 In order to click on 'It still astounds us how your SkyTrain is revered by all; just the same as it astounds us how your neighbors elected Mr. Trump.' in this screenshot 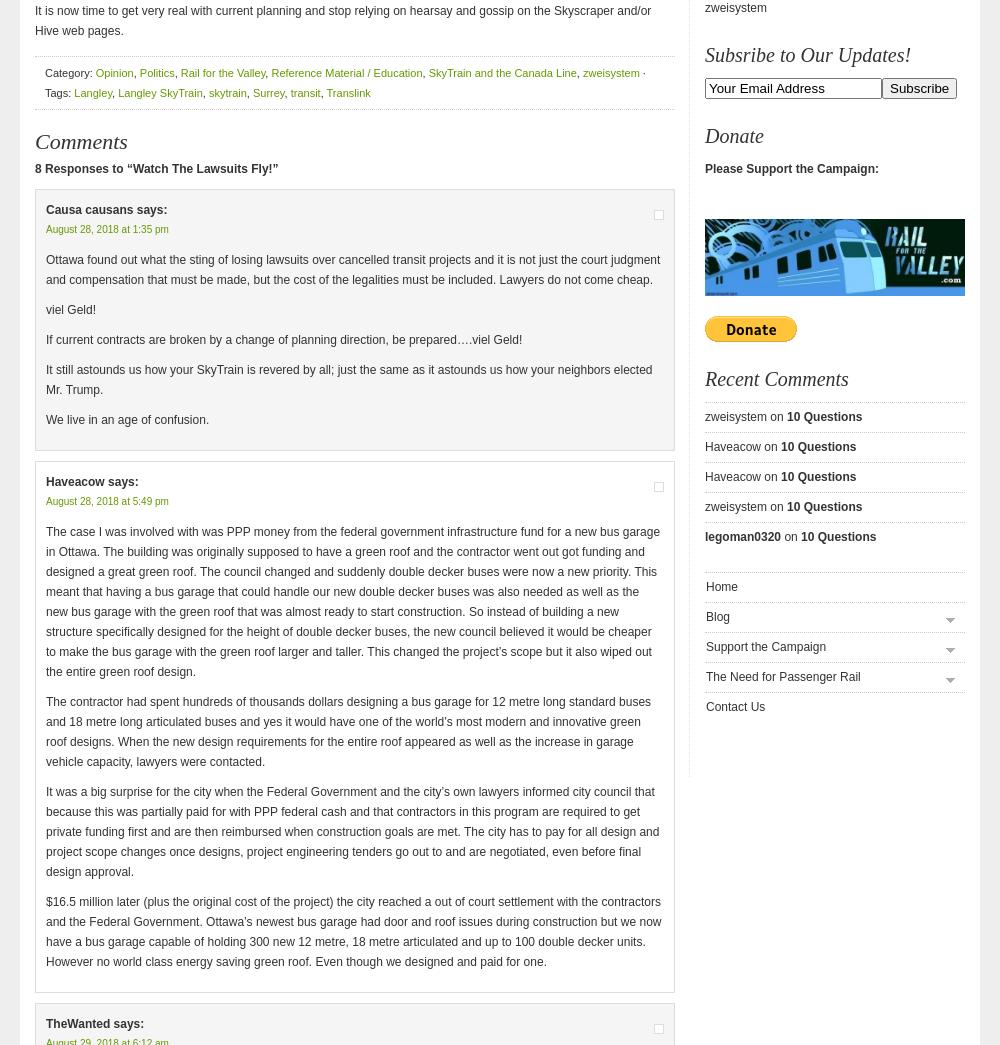, I will do `click(348, 378)`.